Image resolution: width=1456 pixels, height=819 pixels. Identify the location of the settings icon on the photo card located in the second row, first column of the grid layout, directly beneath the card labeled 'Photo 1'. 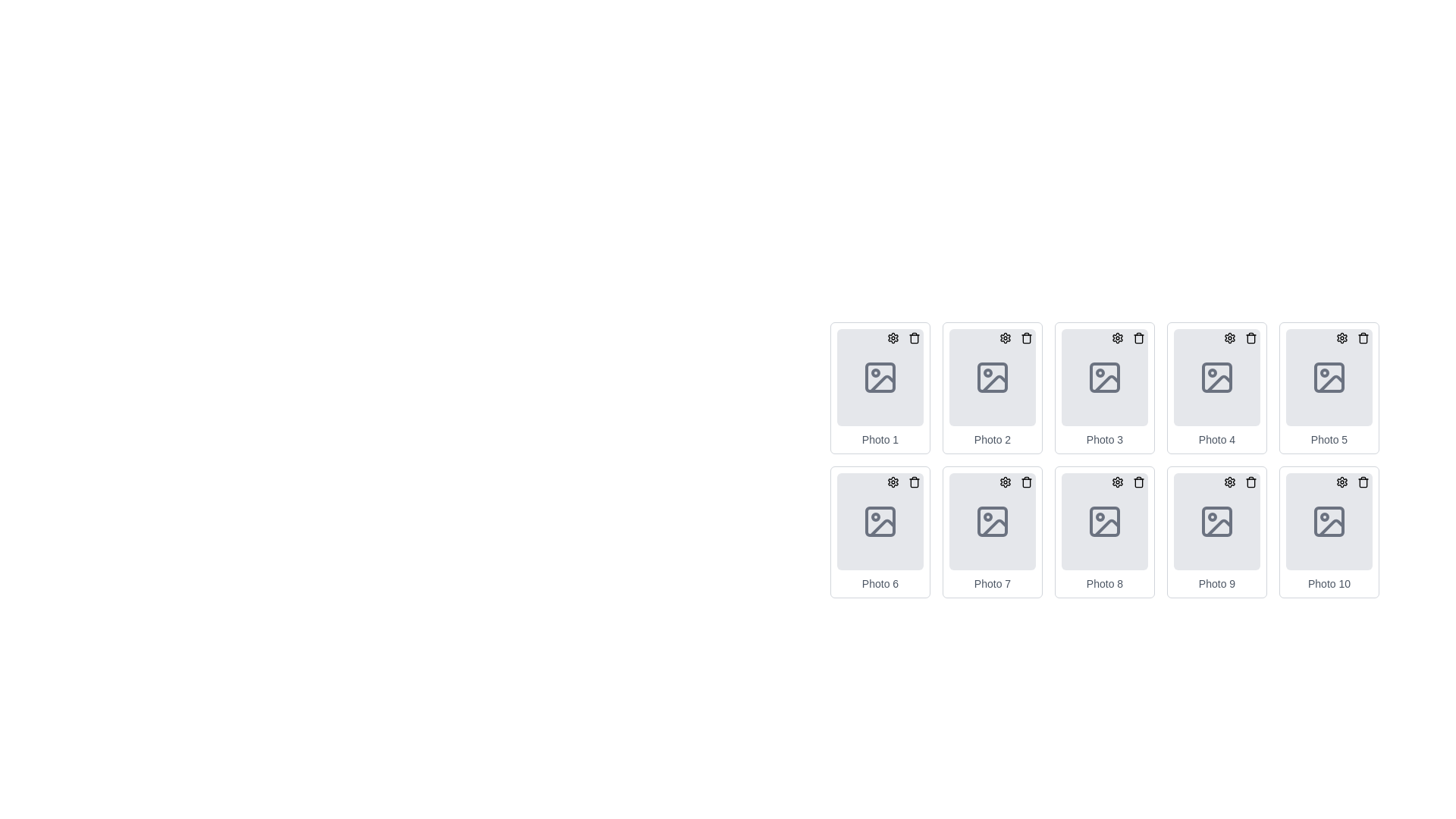
(880, 532).